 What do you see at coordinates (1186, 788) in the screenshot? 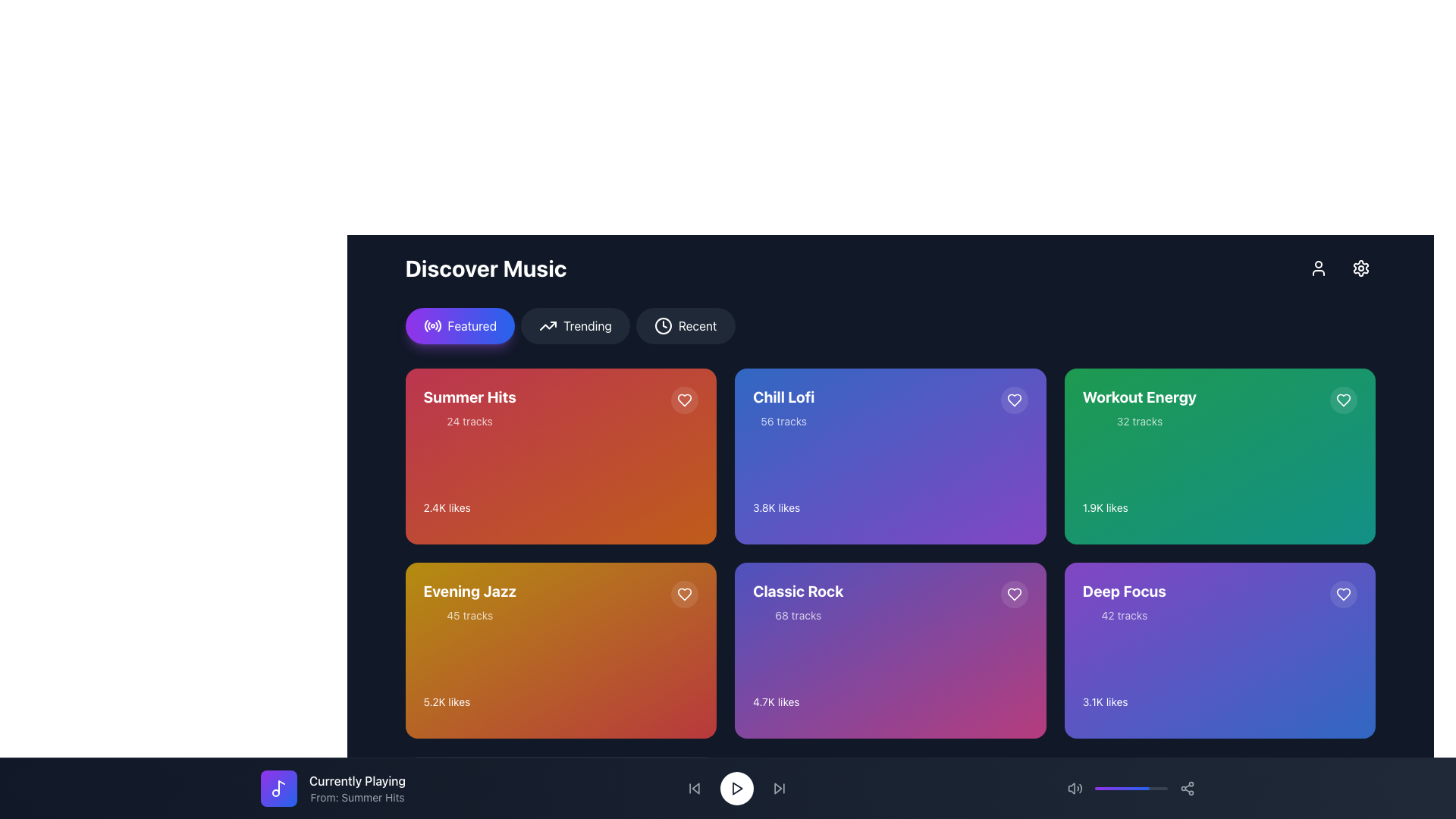
I see `the share icon button` at bounding box center [1186, 788].